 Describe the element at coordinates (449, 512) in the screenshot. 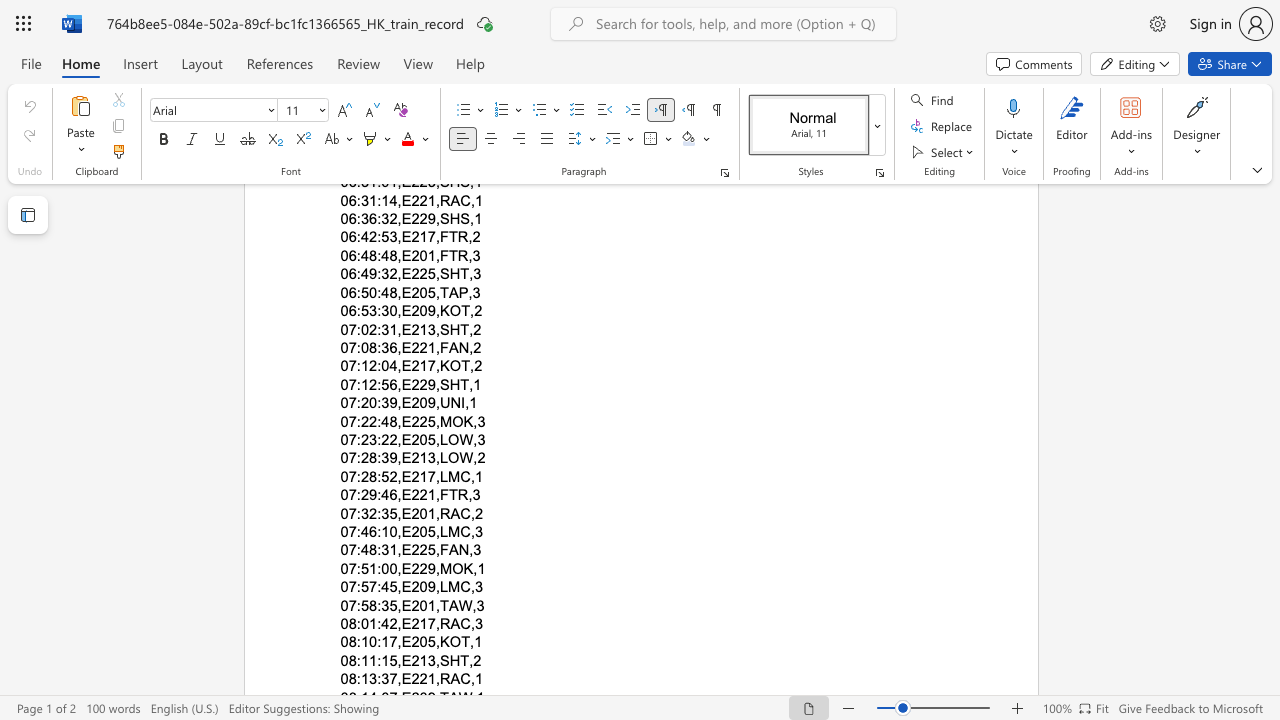

I see `the space between the continuous character "R" and "A" in the text` at that location.